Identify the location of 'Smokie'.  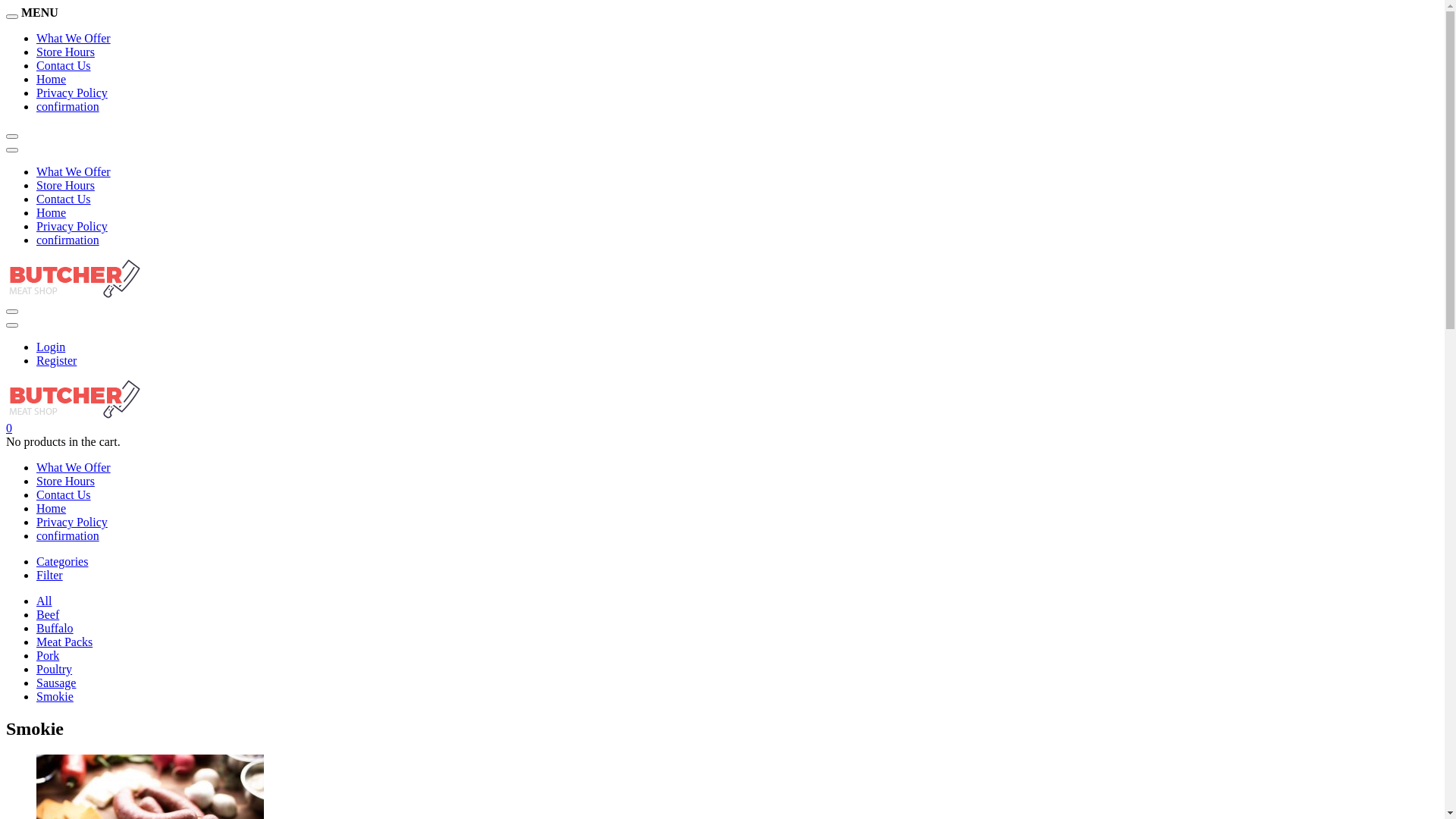
(55, 696).